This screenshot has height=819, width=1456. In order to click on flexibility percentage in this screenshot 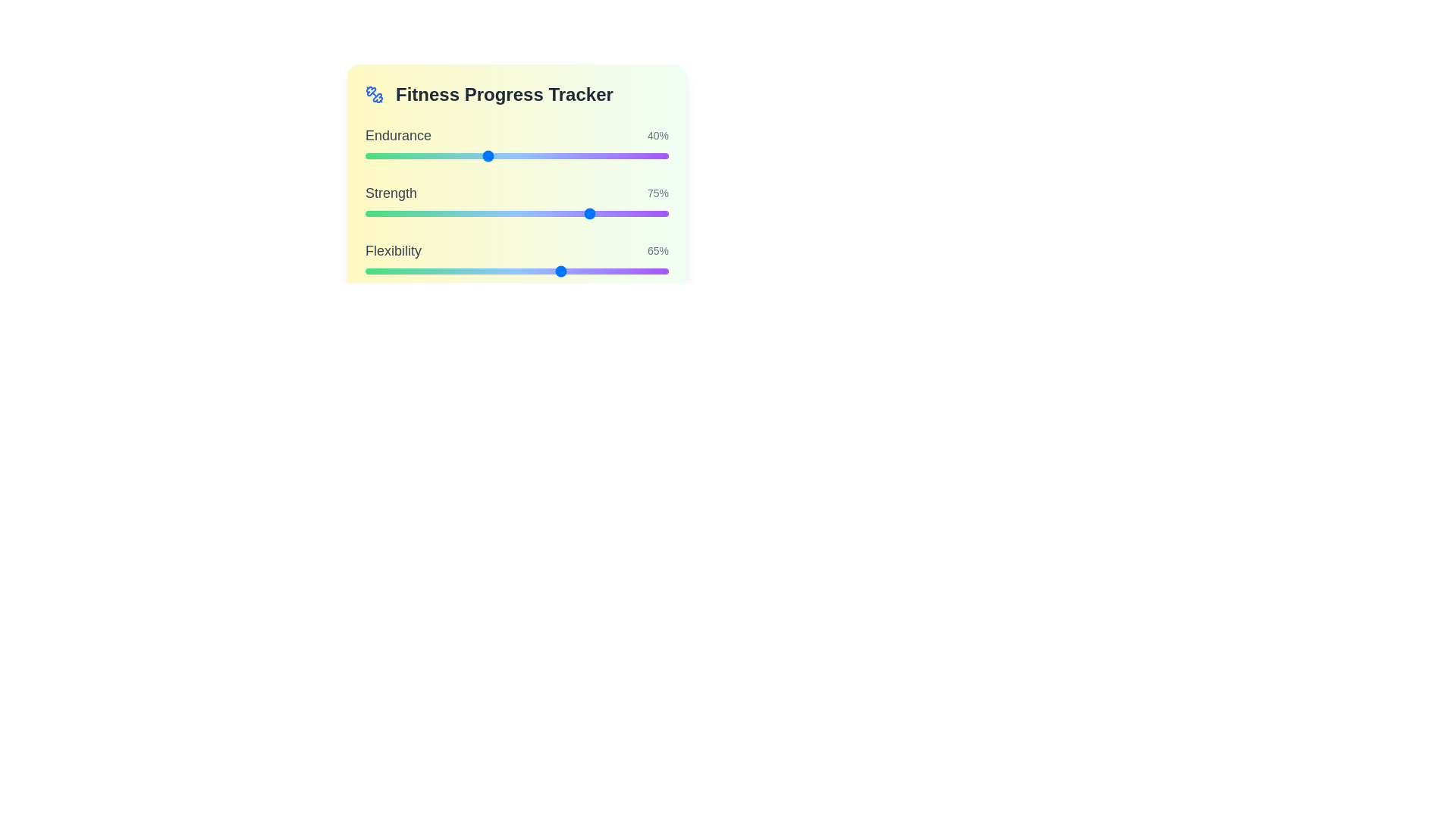, I will do `click(635, 271)`.